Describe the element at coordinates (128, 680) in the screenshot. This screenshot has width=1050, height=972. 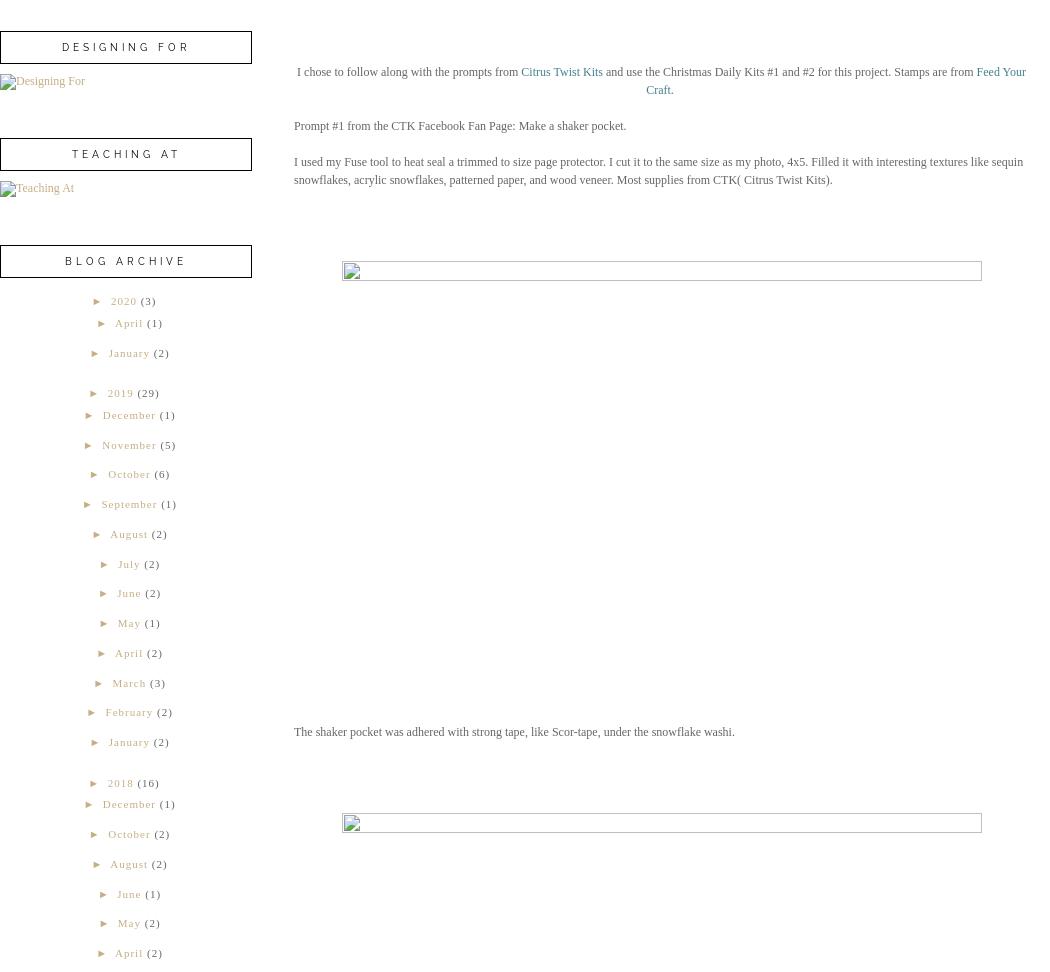
I see `'March'` at that location.